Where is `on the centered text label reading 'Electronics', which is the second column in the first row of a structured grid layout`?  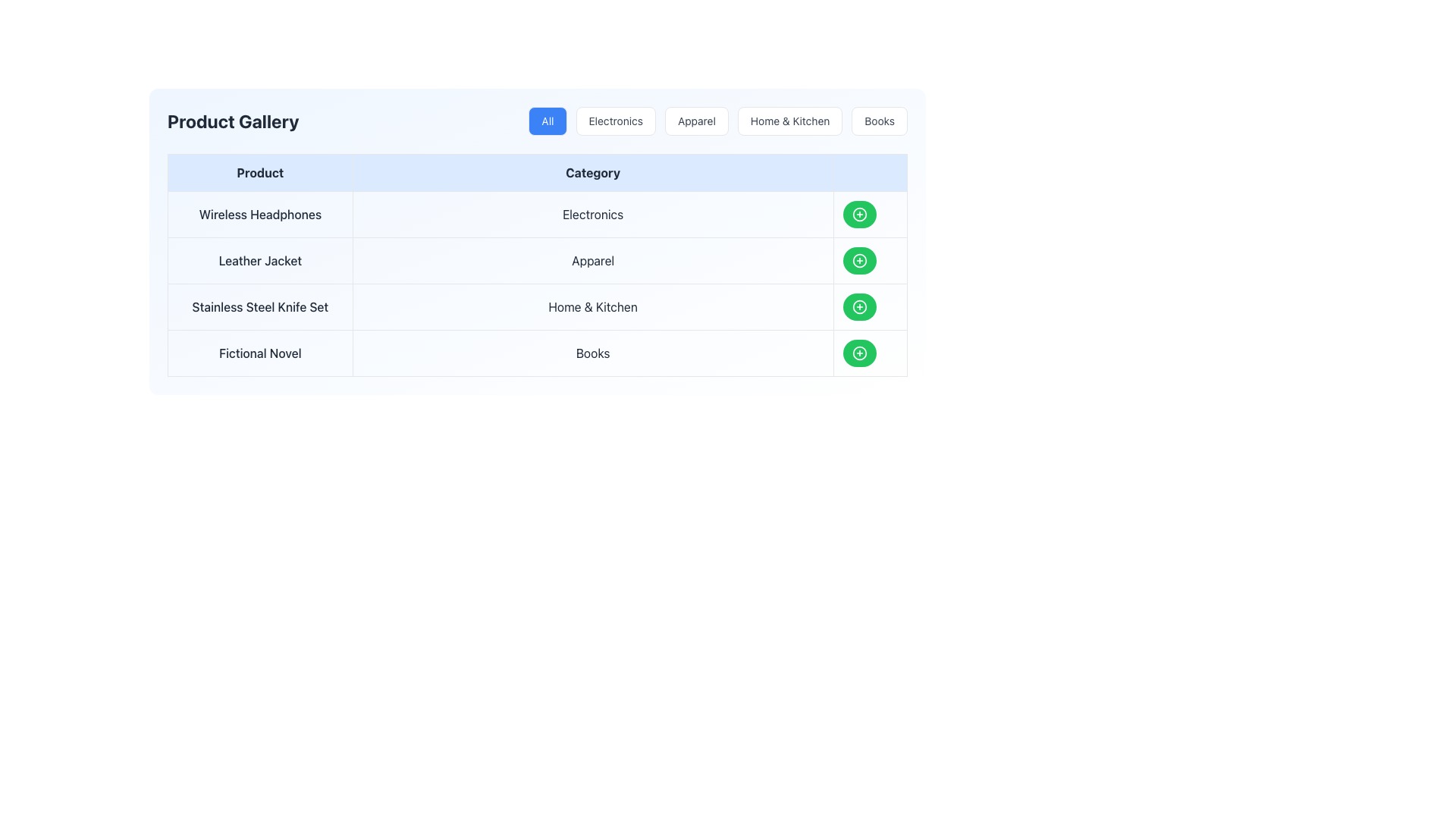 on the centered text label reading 'Electronics', which is the second column in the first row of a structured grid layout is located at coordinates (592, 214).